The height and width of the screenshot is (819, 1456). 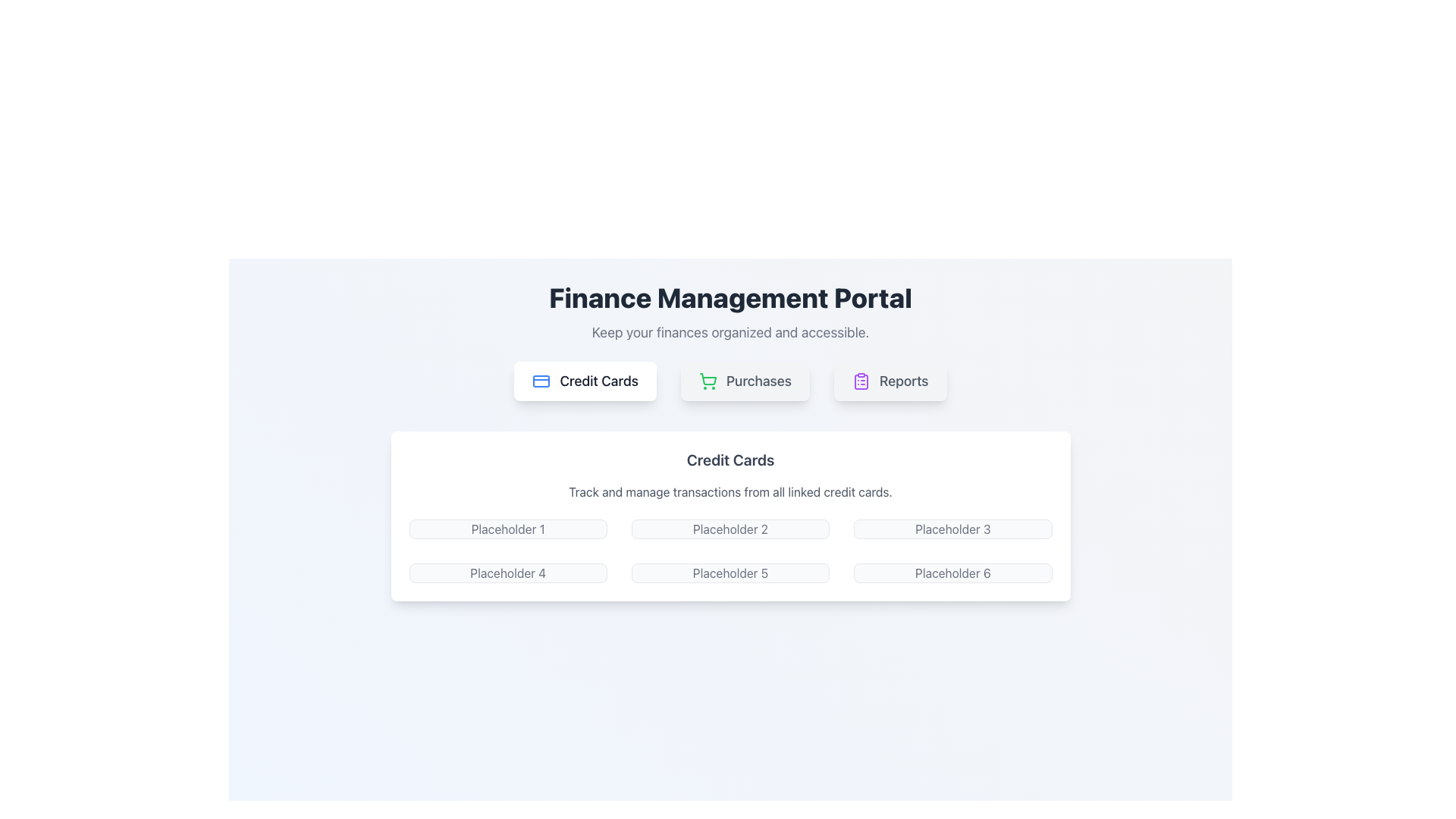 I want to click on the 'Credit Cards' button by clicking on the central graphical component of the SVG that represents it, so click(x=541, y=380).